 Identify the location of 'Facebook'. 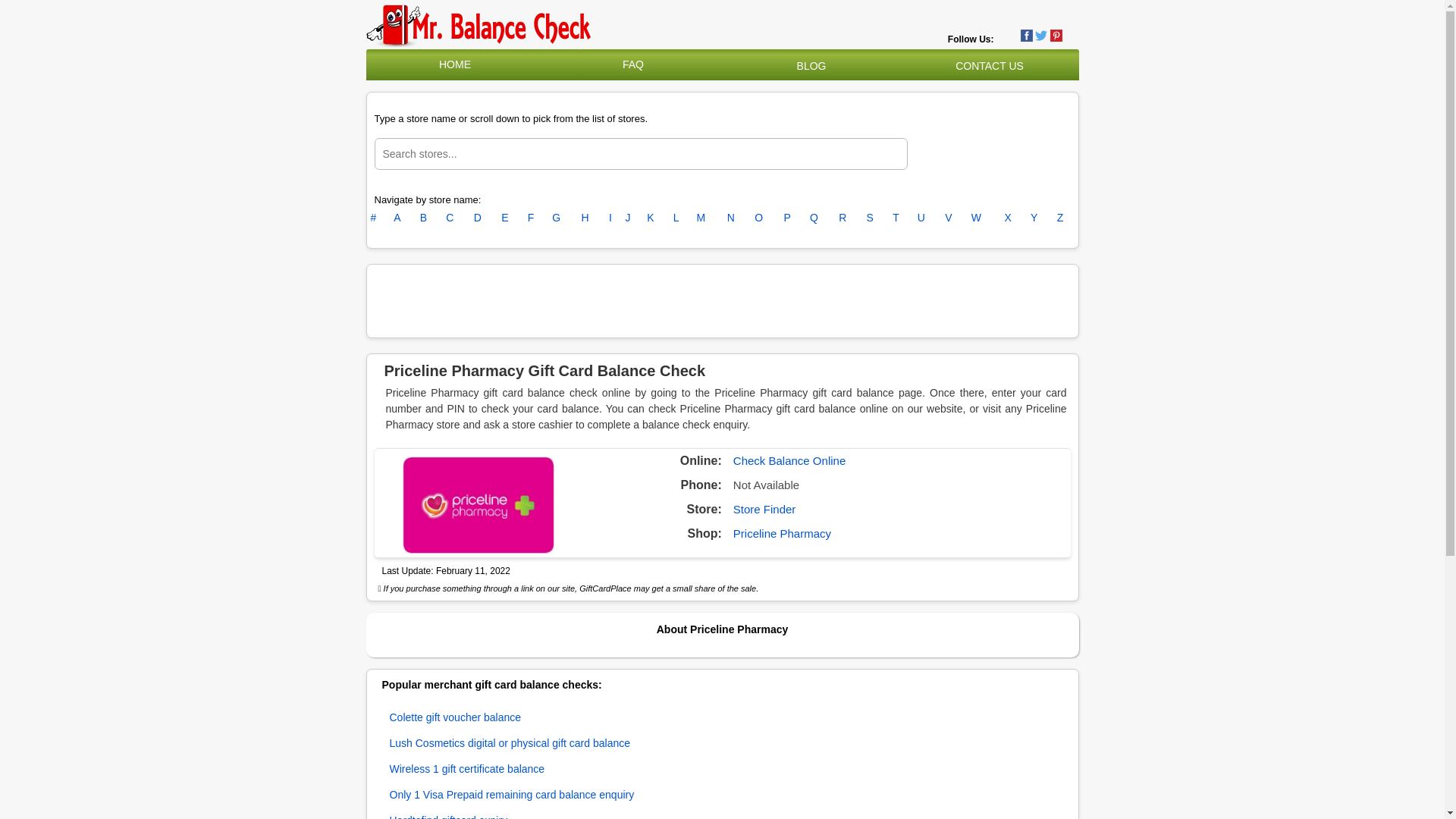
(1020, 34).